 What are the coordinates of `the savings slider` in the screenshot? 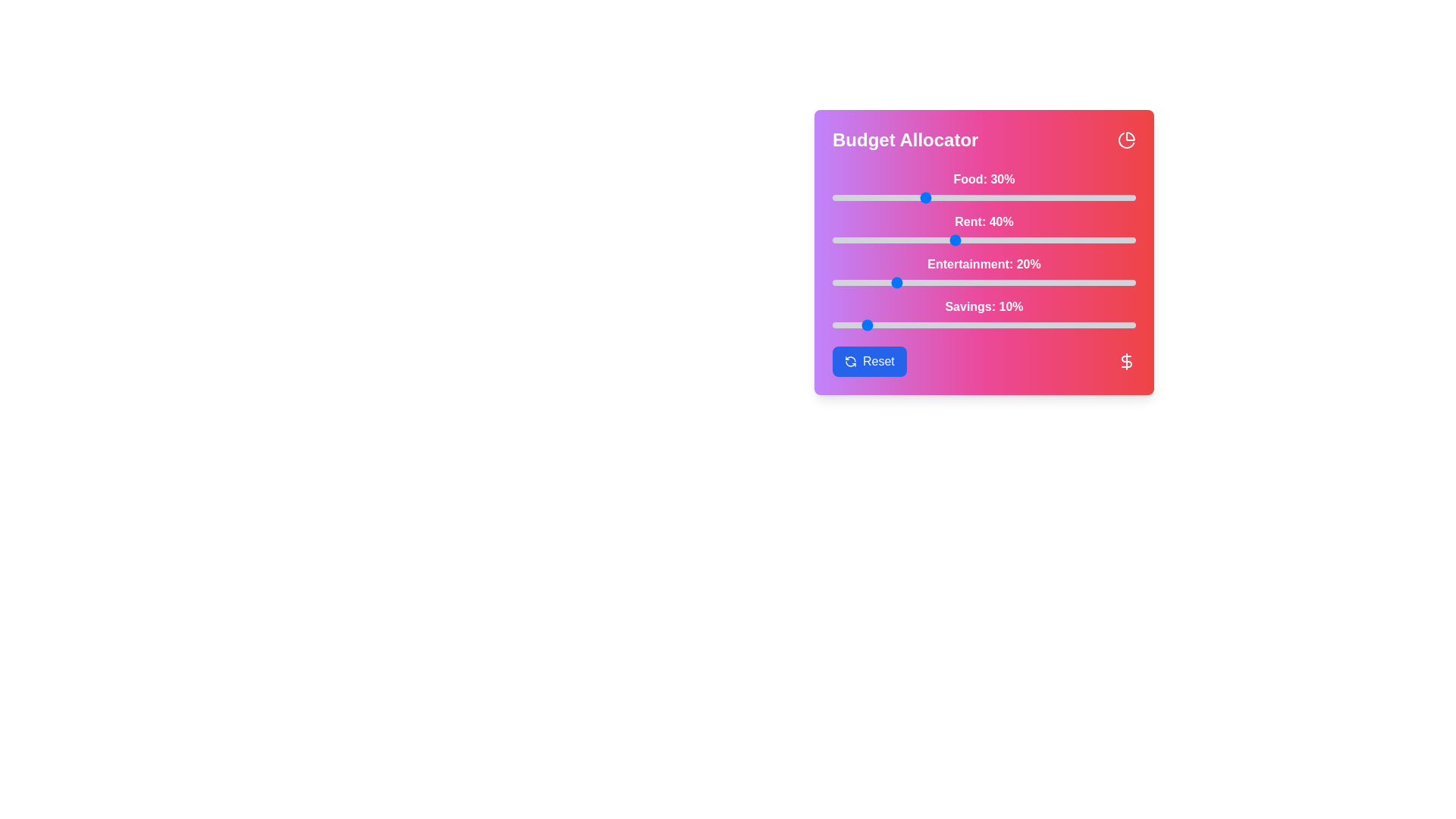 It's located at (993, 324).